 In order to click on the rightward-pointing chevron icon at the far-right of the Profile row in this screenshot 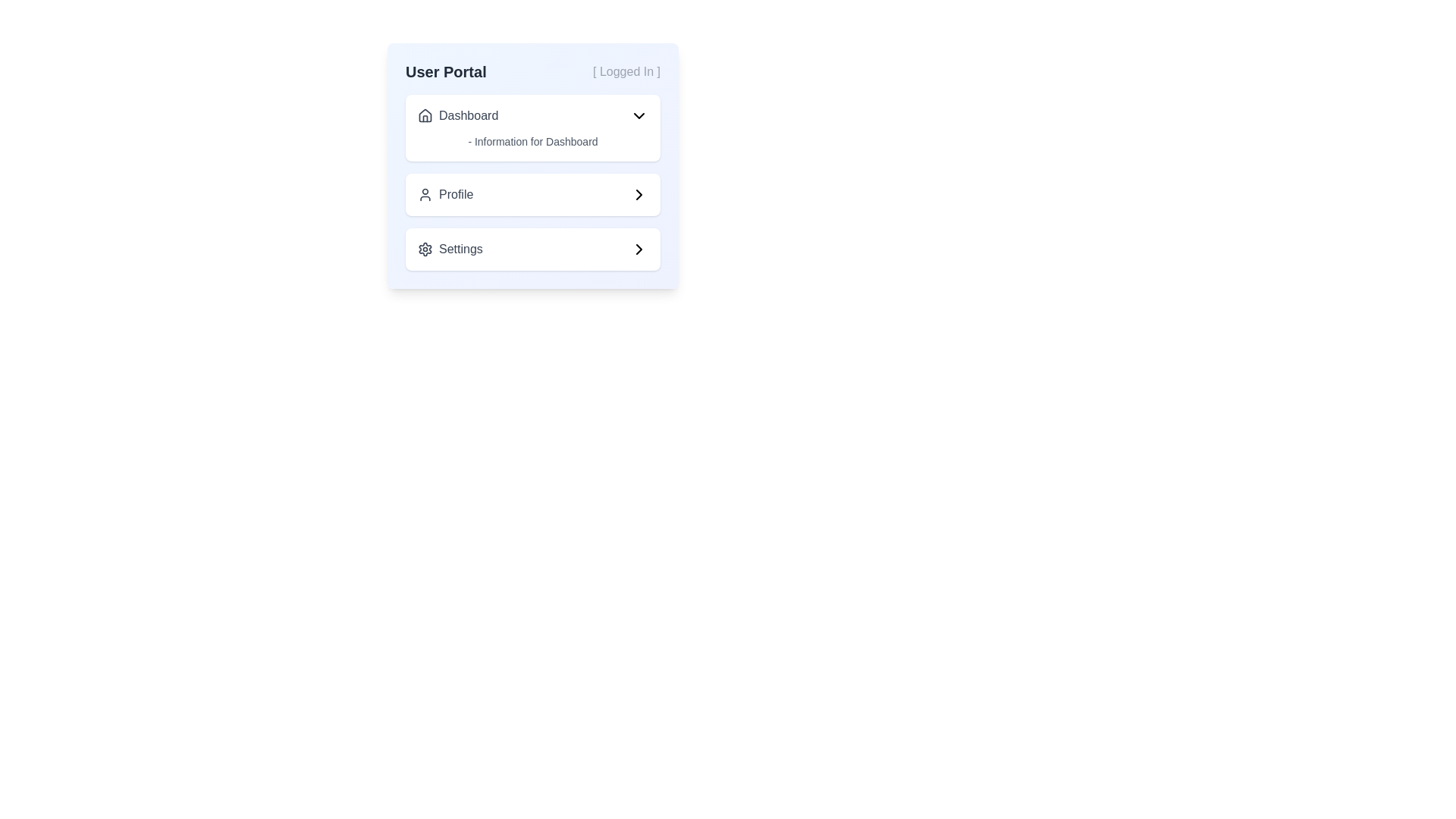, I will do `click(639, 194)`.